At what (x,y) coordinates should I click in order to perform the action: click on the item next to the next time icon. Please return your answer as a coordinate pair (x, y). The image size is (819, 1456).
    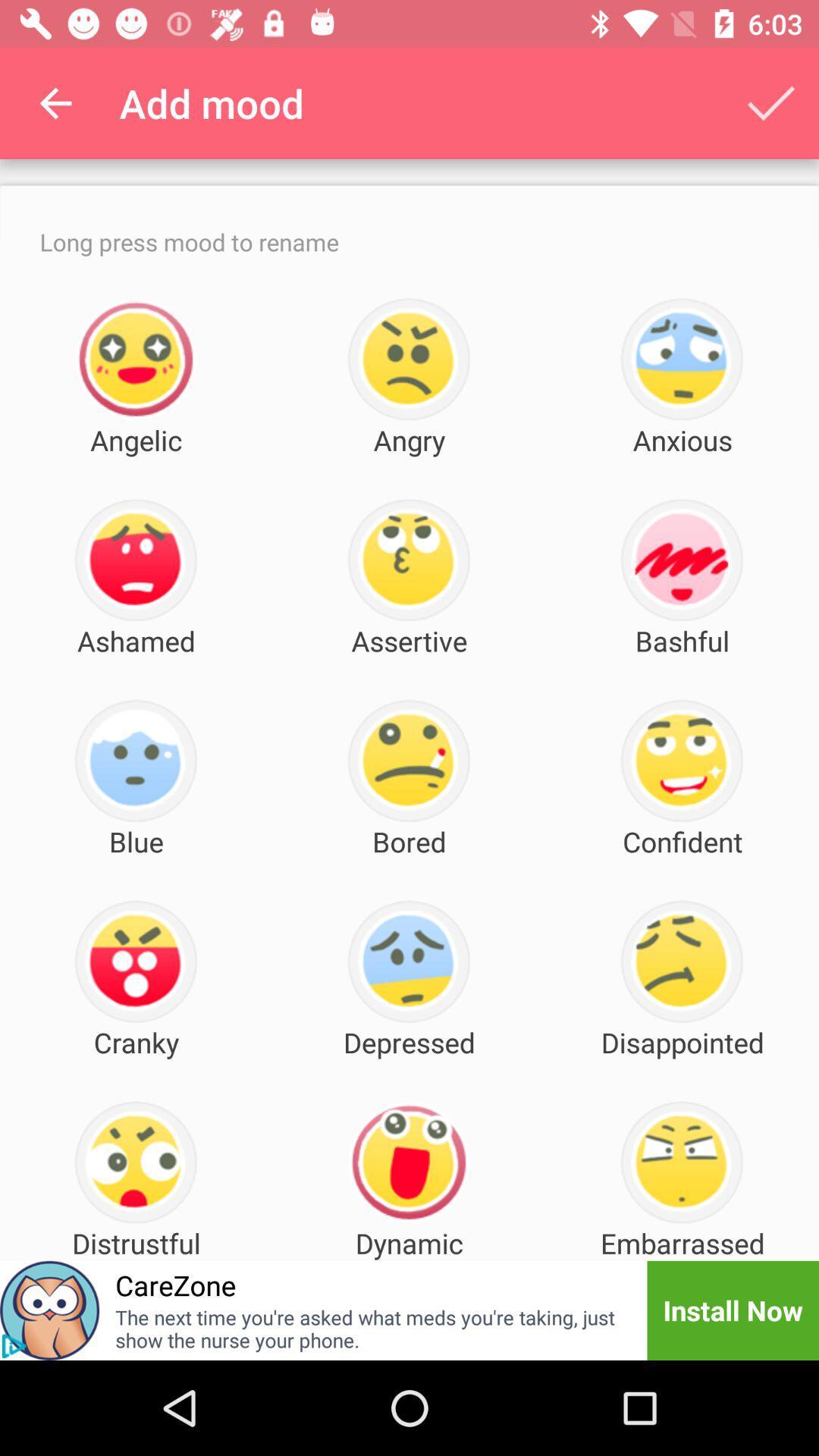
    Looking at the image, I should click on (14, 1346).